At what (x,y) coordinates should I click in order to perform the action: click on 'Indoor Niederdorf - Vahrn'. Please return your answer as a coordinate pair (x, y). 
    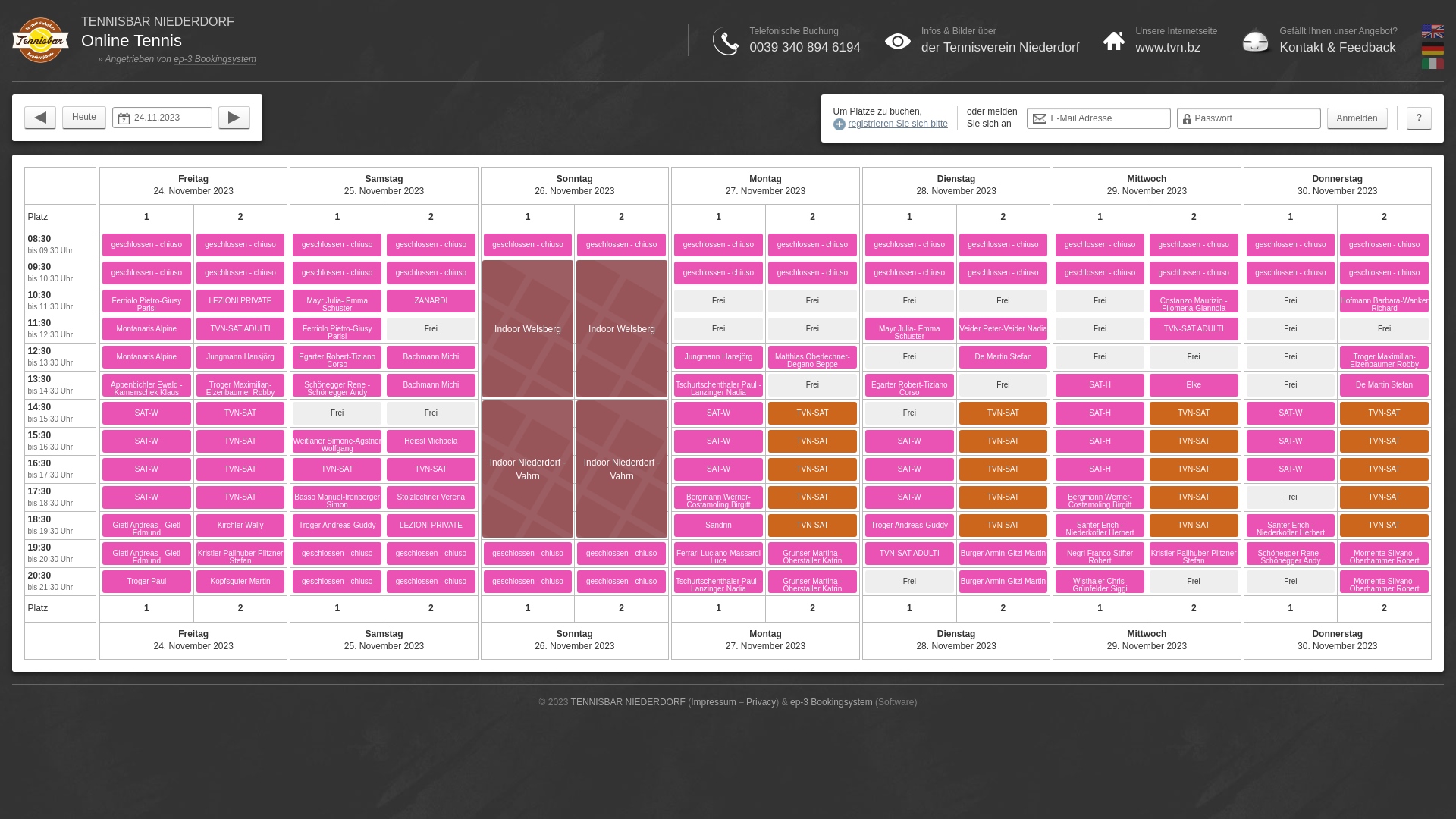
    Looking at the image, I should click on (621, 468).